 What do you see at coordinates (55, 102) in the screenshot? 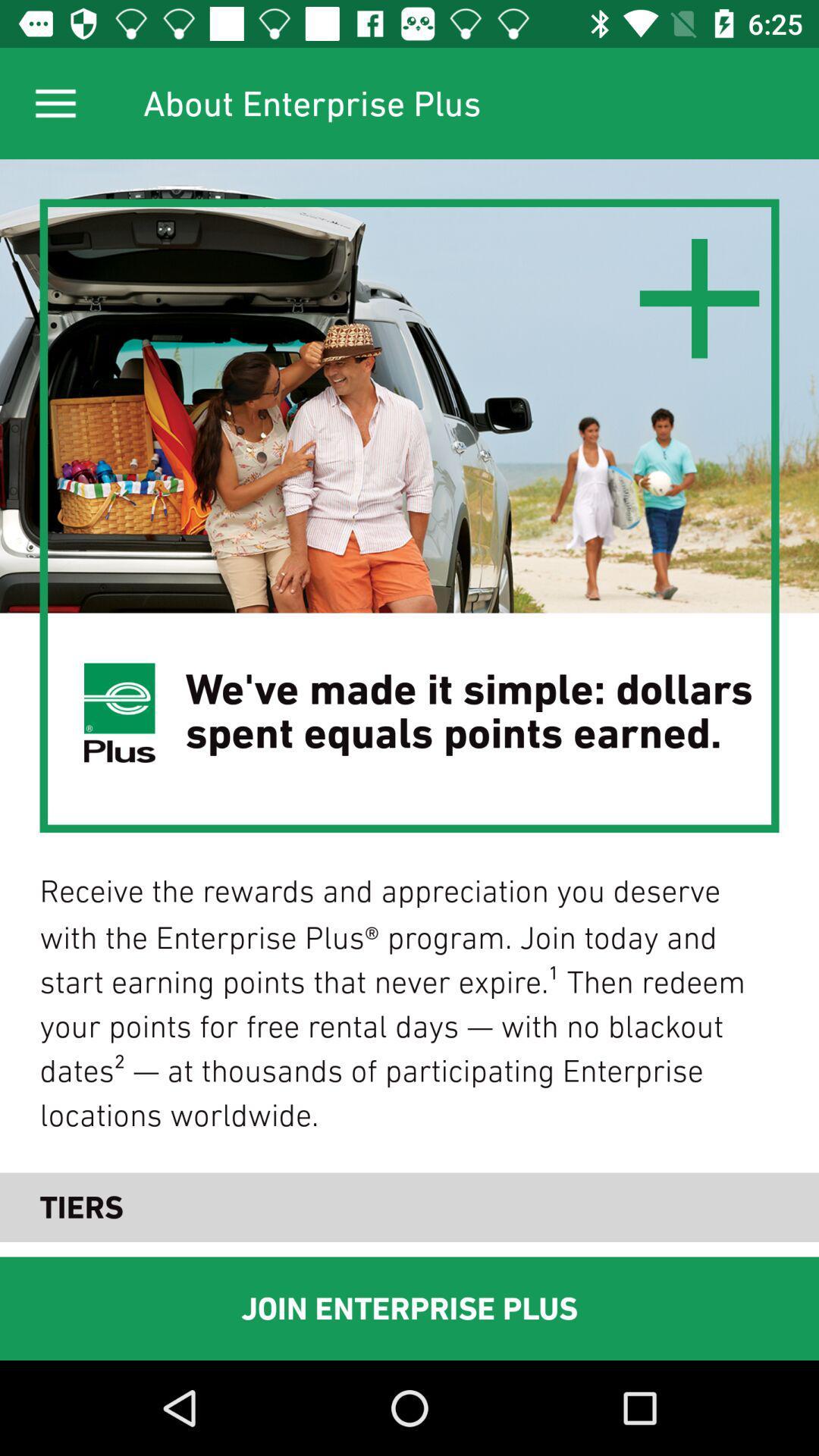
I see `the item next to about enterprise plus` at bounding box center [55, 102].